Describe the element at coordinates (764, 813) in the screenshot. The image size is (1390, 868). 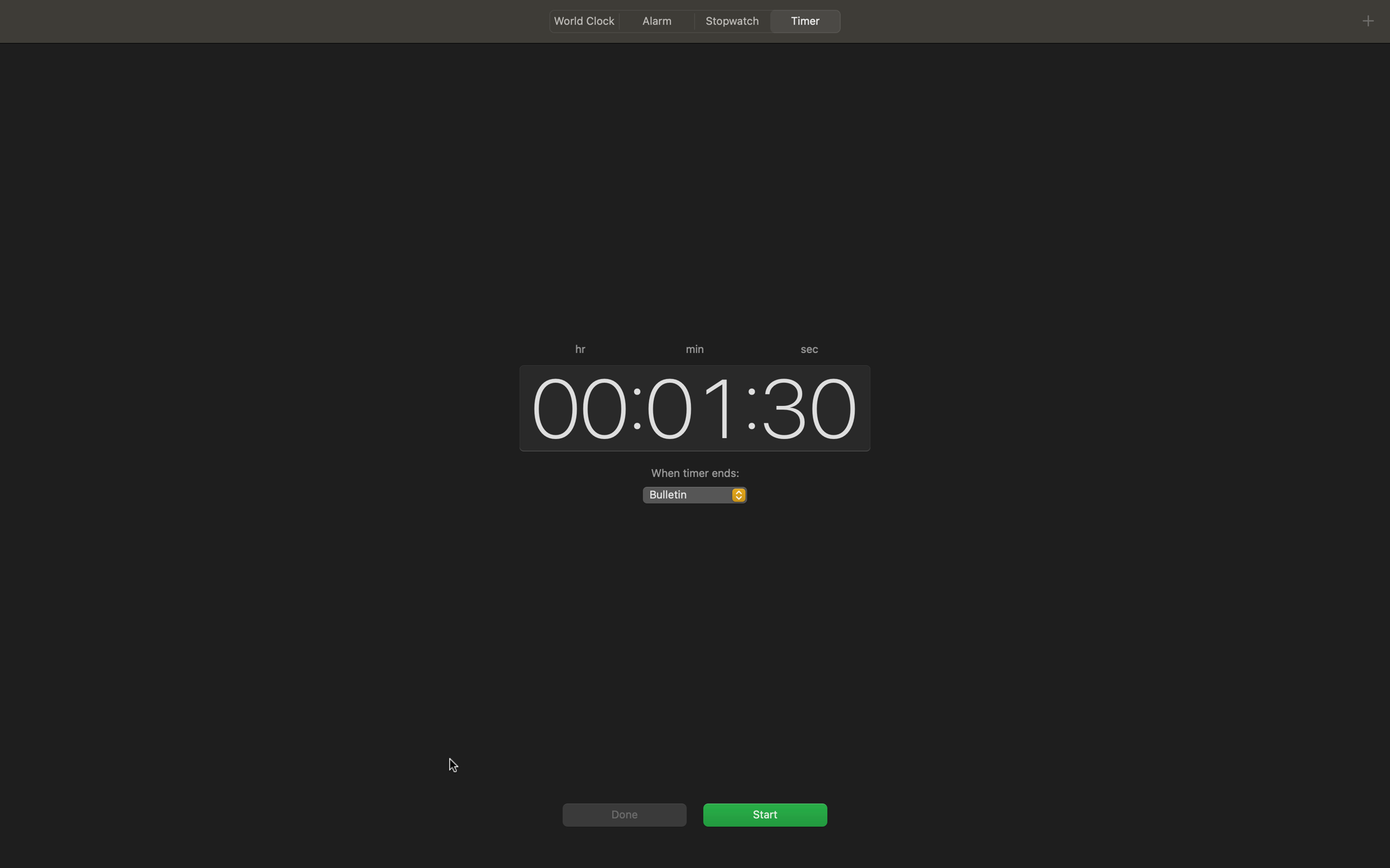
I see `Begin the countdown by clicking on the green start button` at that location.